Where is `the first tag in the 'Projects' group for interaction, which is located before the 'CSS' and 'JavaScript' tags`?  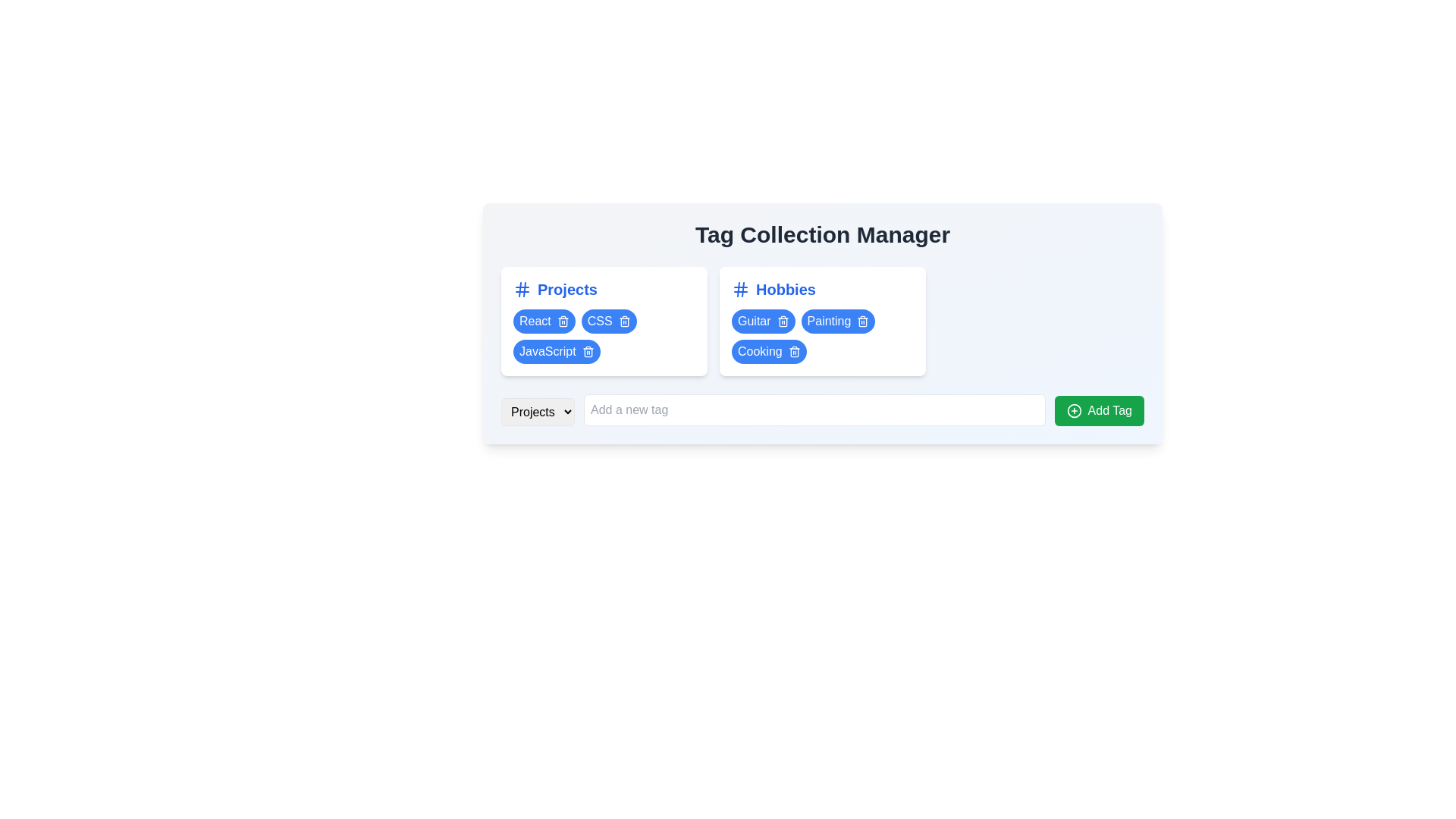 the first tag in the 'Projects' group for interaction, which is located before the 'CSS' and 'JavaScript' tags is located at coordinates (544, 321).